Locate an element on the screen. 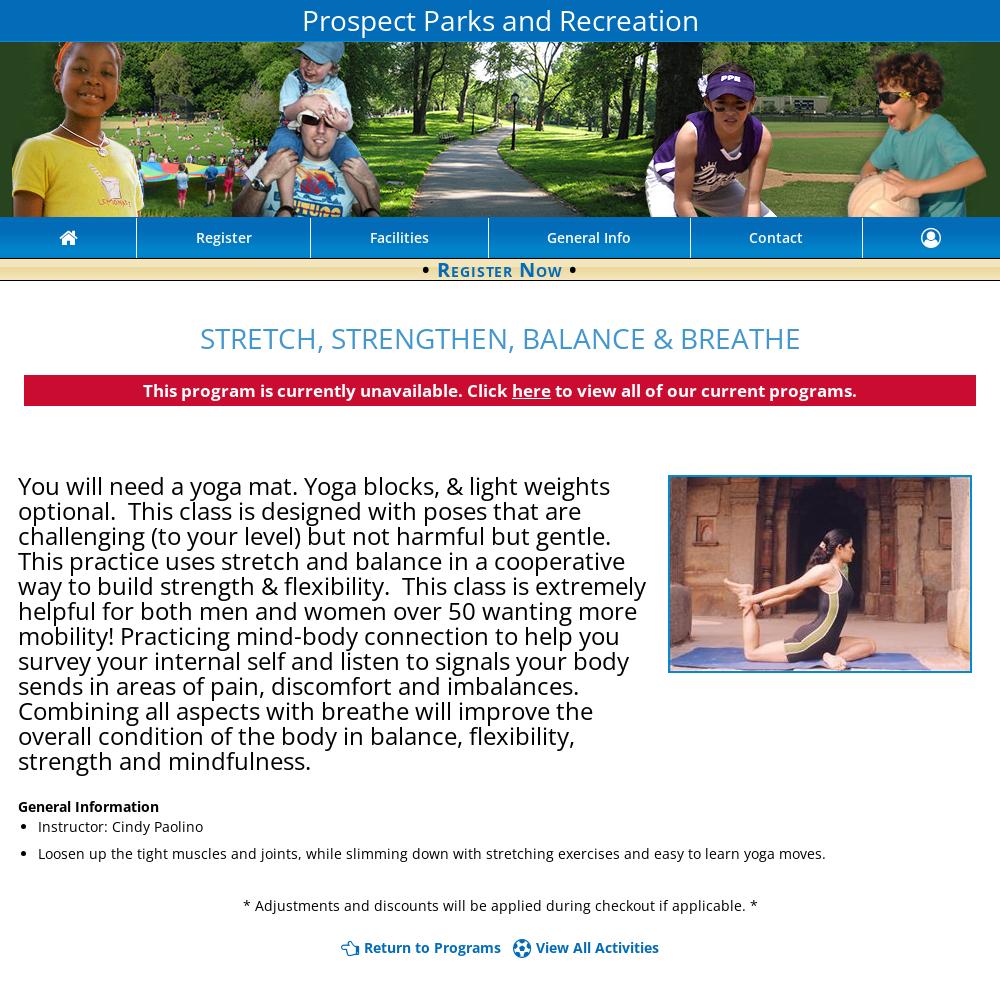  'Contact' is located at coordinates (748, 236).